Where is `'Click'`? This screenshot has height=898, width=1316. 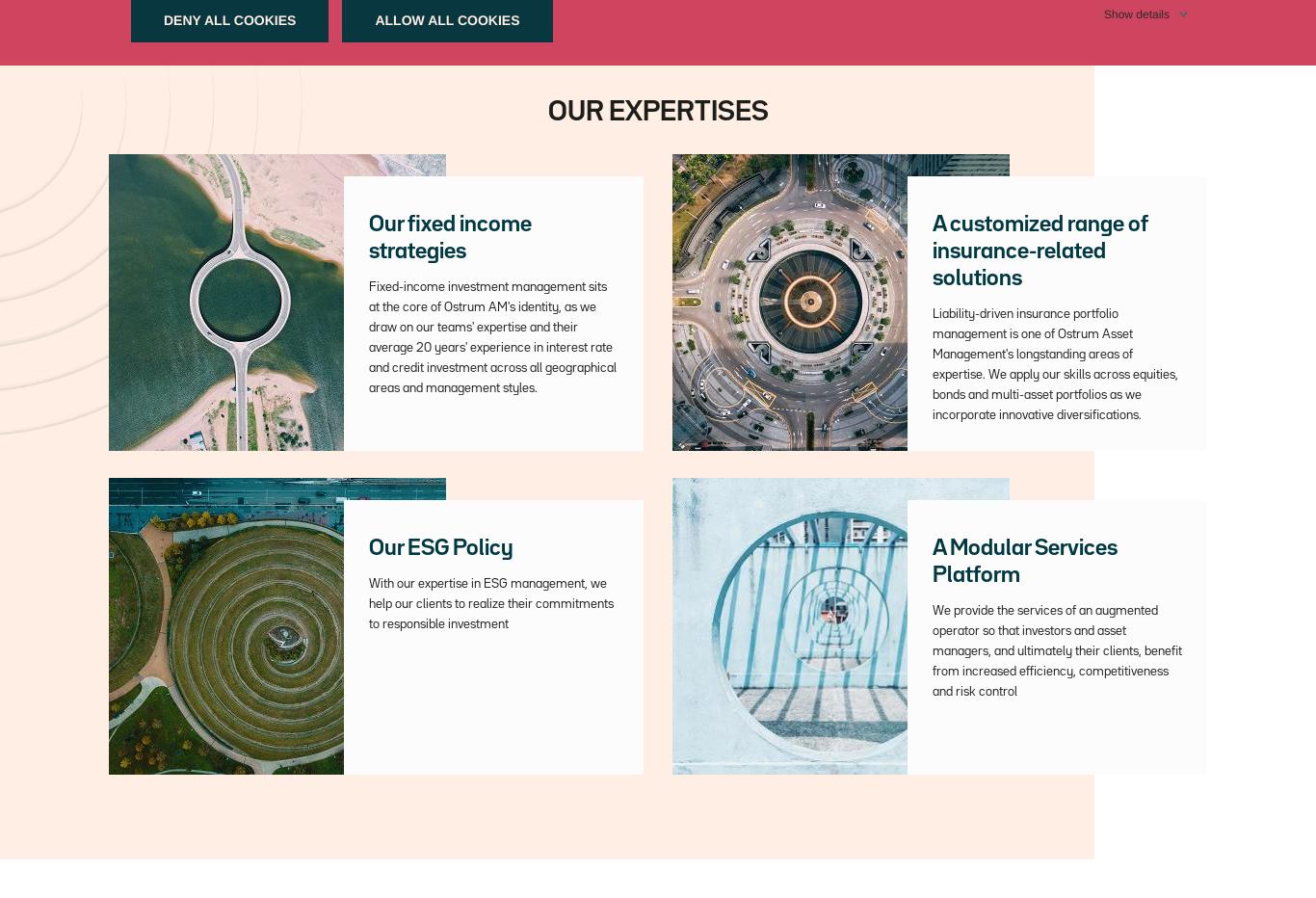 'Click' is located at coordinates (354, 36).